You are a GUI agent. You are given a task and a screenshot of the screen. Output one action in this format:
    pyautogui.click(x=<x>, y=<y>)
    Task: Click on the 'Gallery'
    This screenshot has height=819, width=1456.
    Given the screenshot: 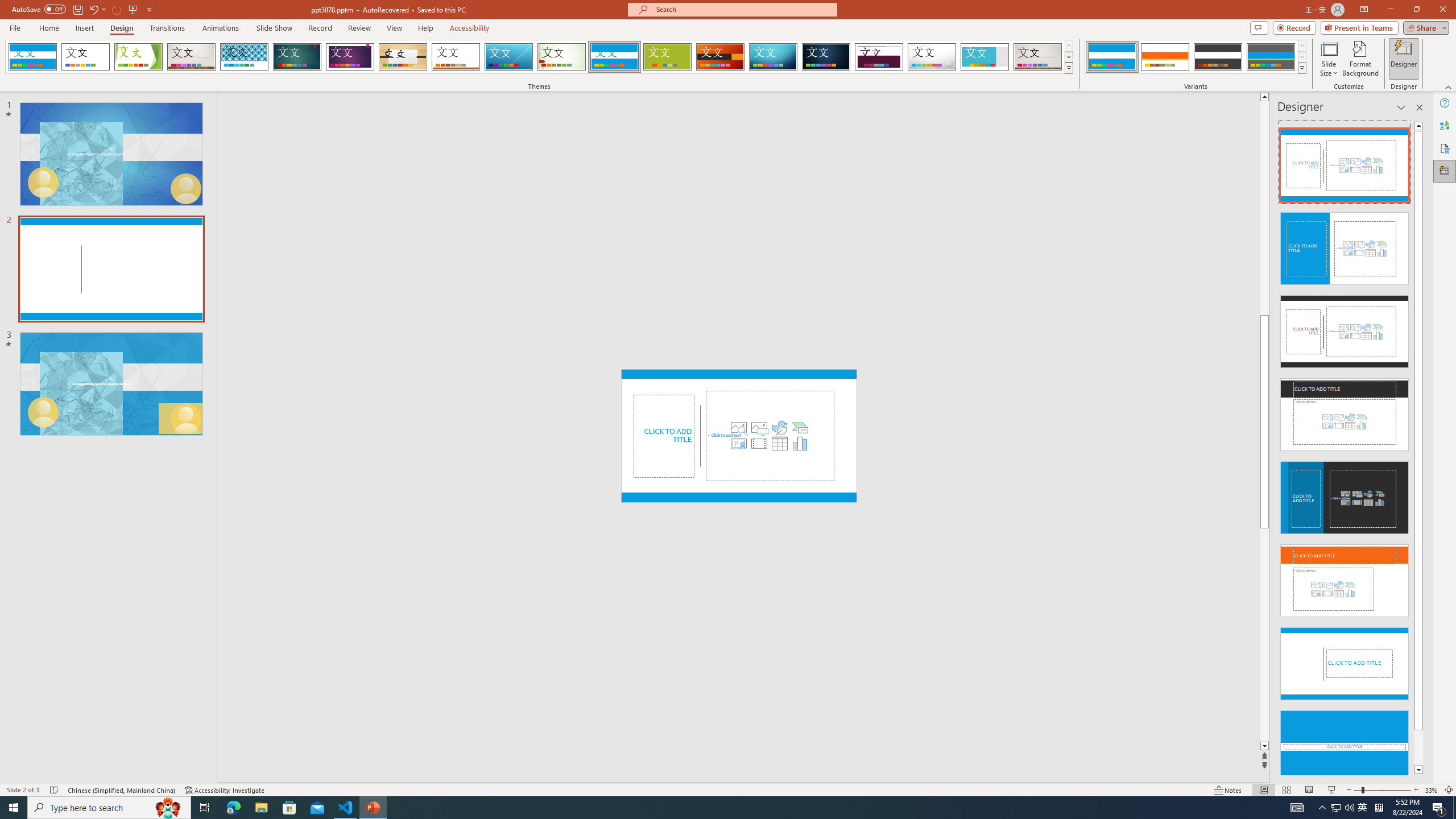 What is the action you would take?
    pyautogui.click(x=1038, y=56)
    